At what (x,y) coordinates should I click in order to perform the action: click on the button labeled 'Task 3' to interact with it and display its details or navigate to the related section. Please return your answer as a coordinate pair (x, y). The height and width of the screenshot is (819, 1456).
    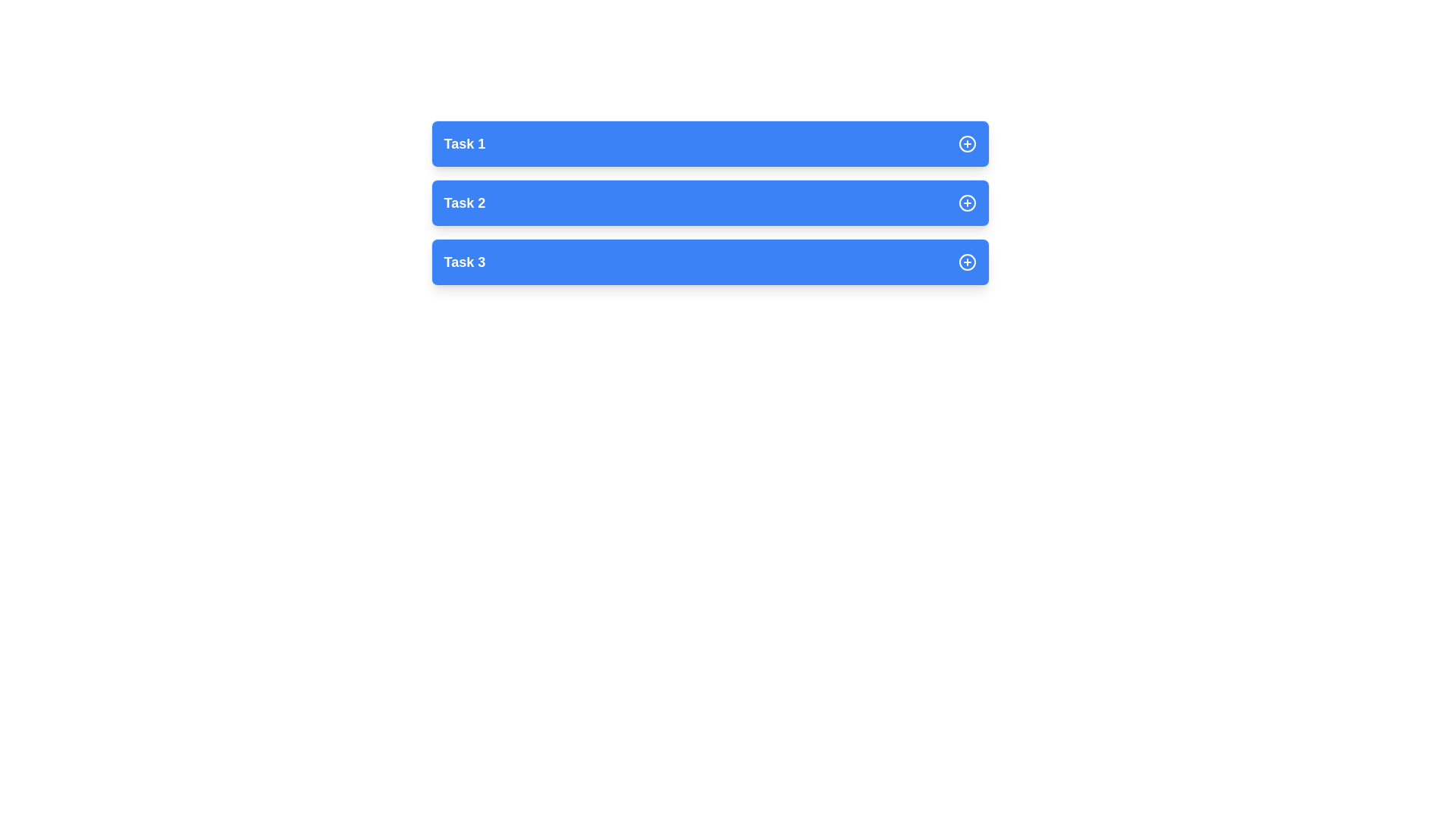
    Looking at the image, I should click on (709, 262).